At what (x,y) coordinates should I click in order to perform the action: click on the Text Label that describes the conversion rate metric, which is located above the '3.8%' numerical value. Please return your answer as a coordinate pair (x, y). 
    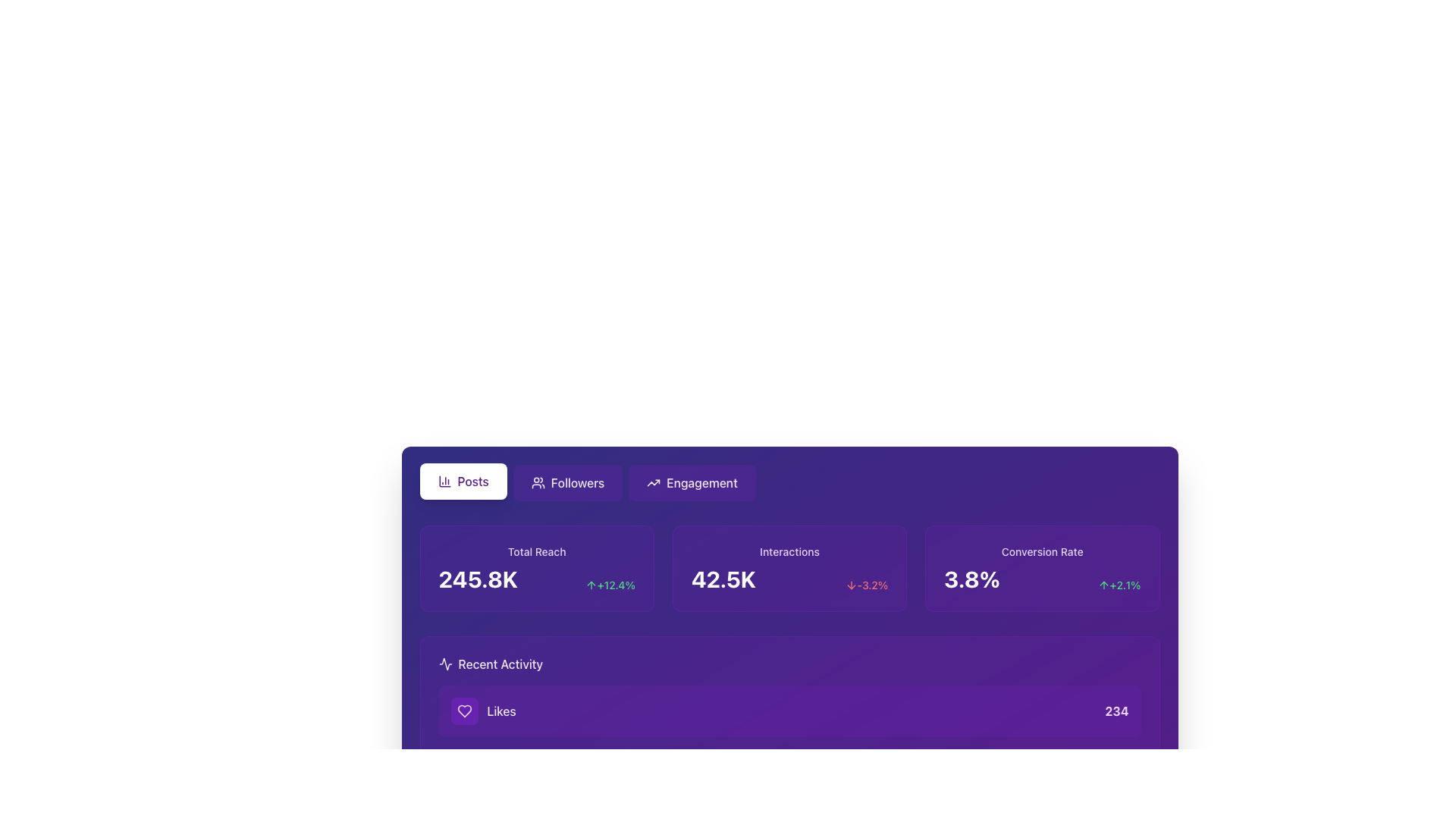
    Looking at the image, I should click on (1041, 552).